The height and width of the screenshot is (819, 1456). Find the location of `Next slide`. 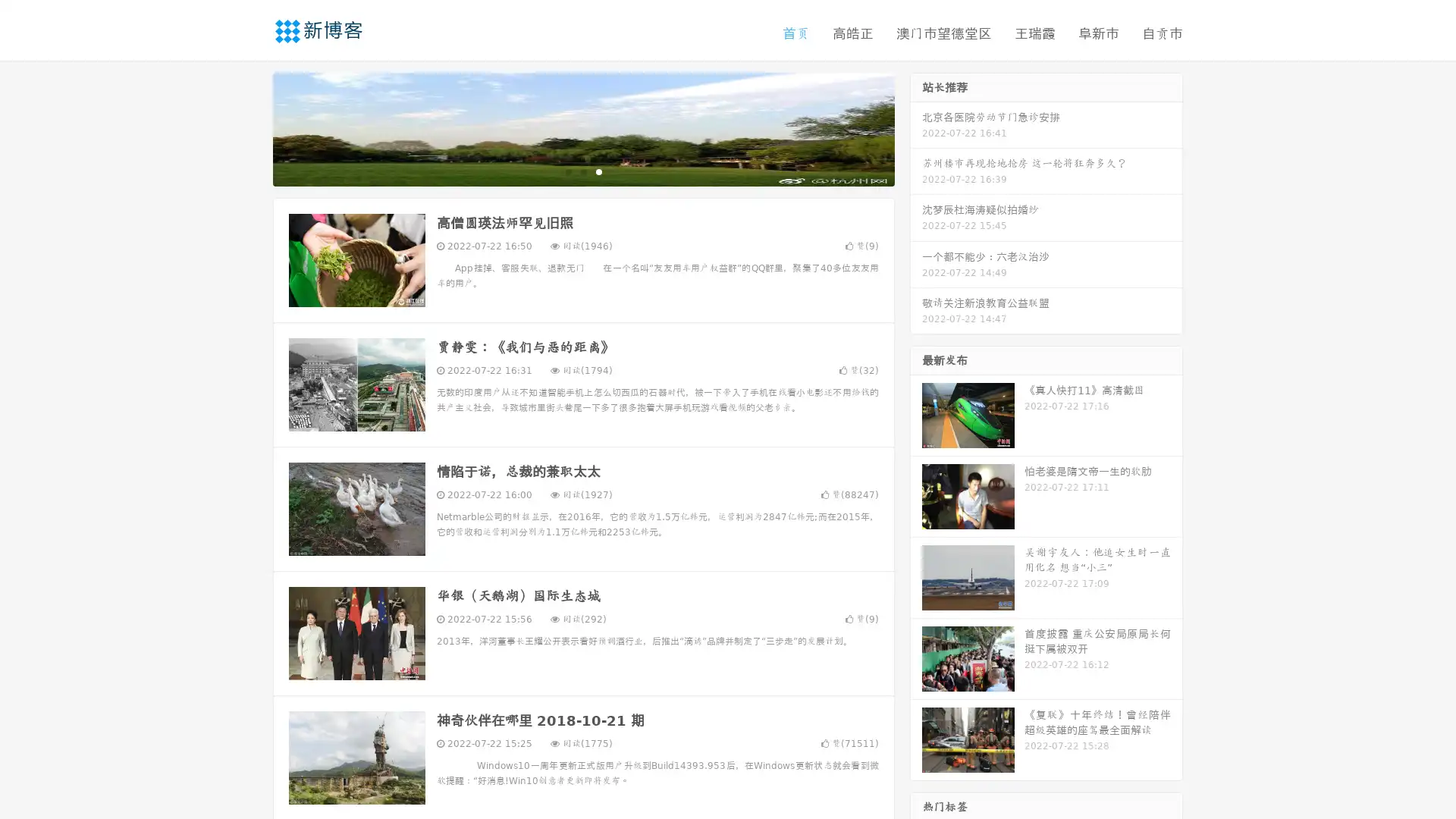

Next slide is located at coordinates (916, 127).